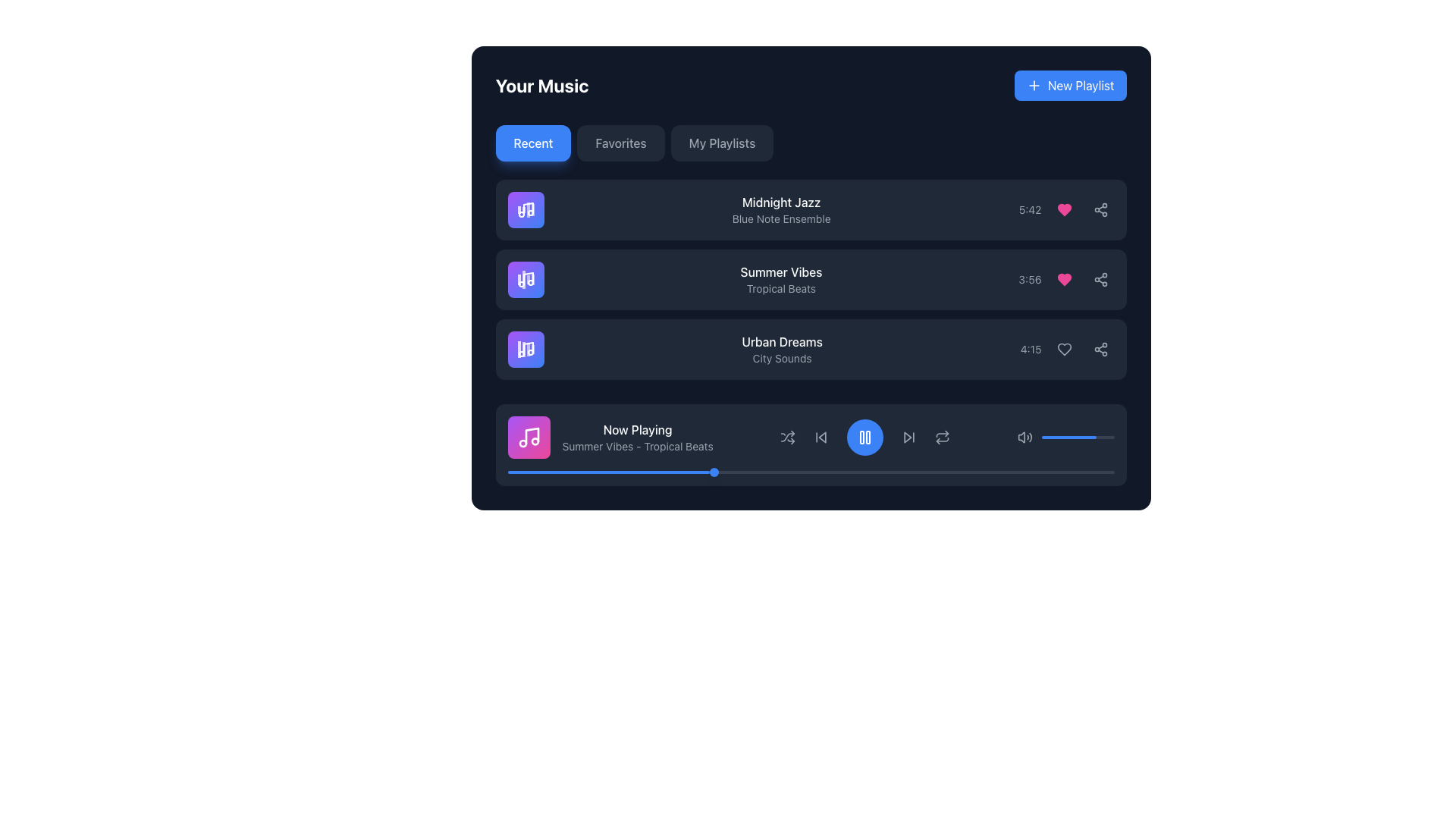  I want to click on the text label 'City Sounds' which is styled in a smaller gray font and positioned below the title 'Urban Dreams', so click(782, 359).